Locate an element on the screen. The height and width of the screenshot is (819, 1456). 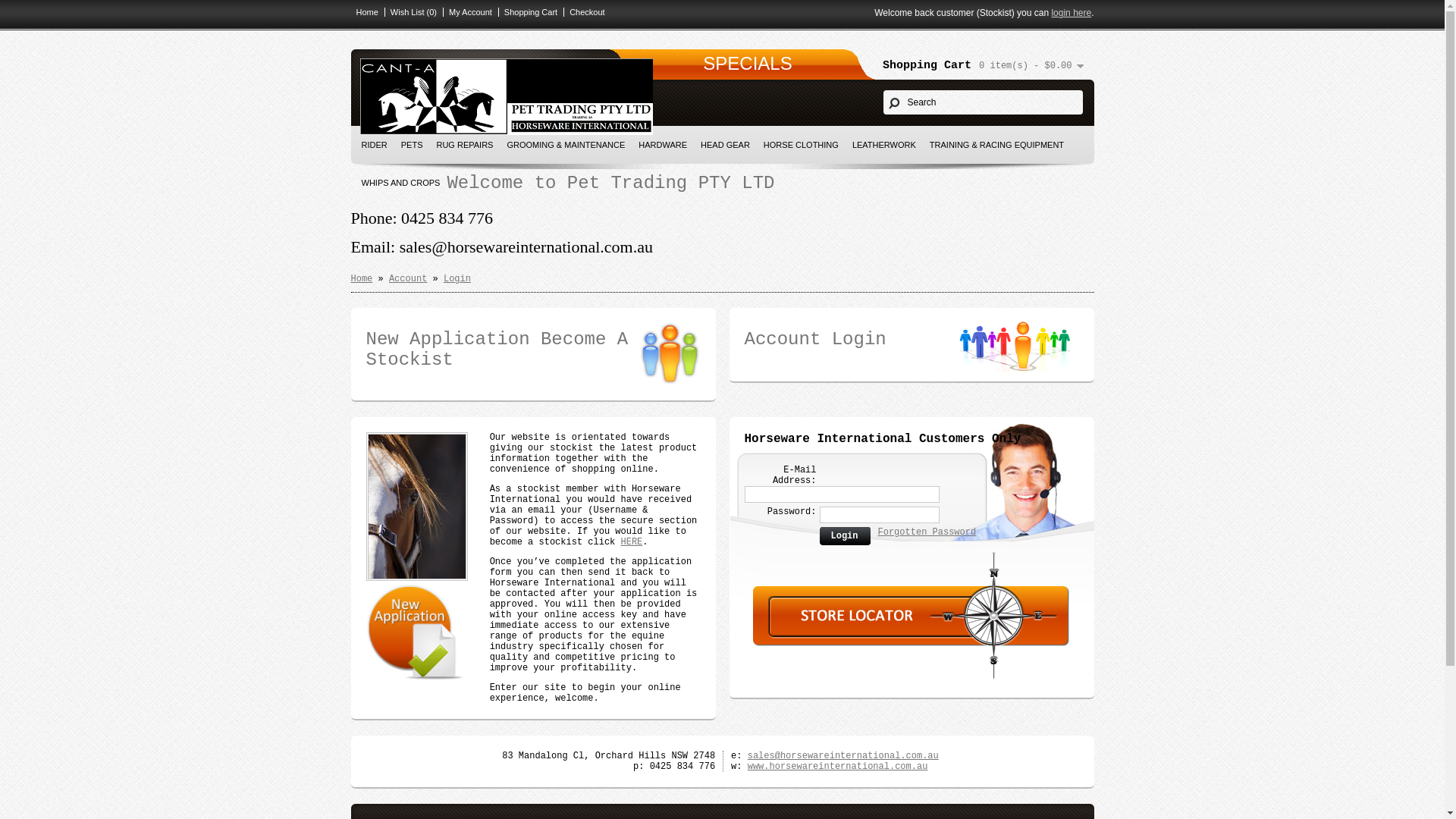
'New Application Become A Stockist' is located at coordinates (532, 350).